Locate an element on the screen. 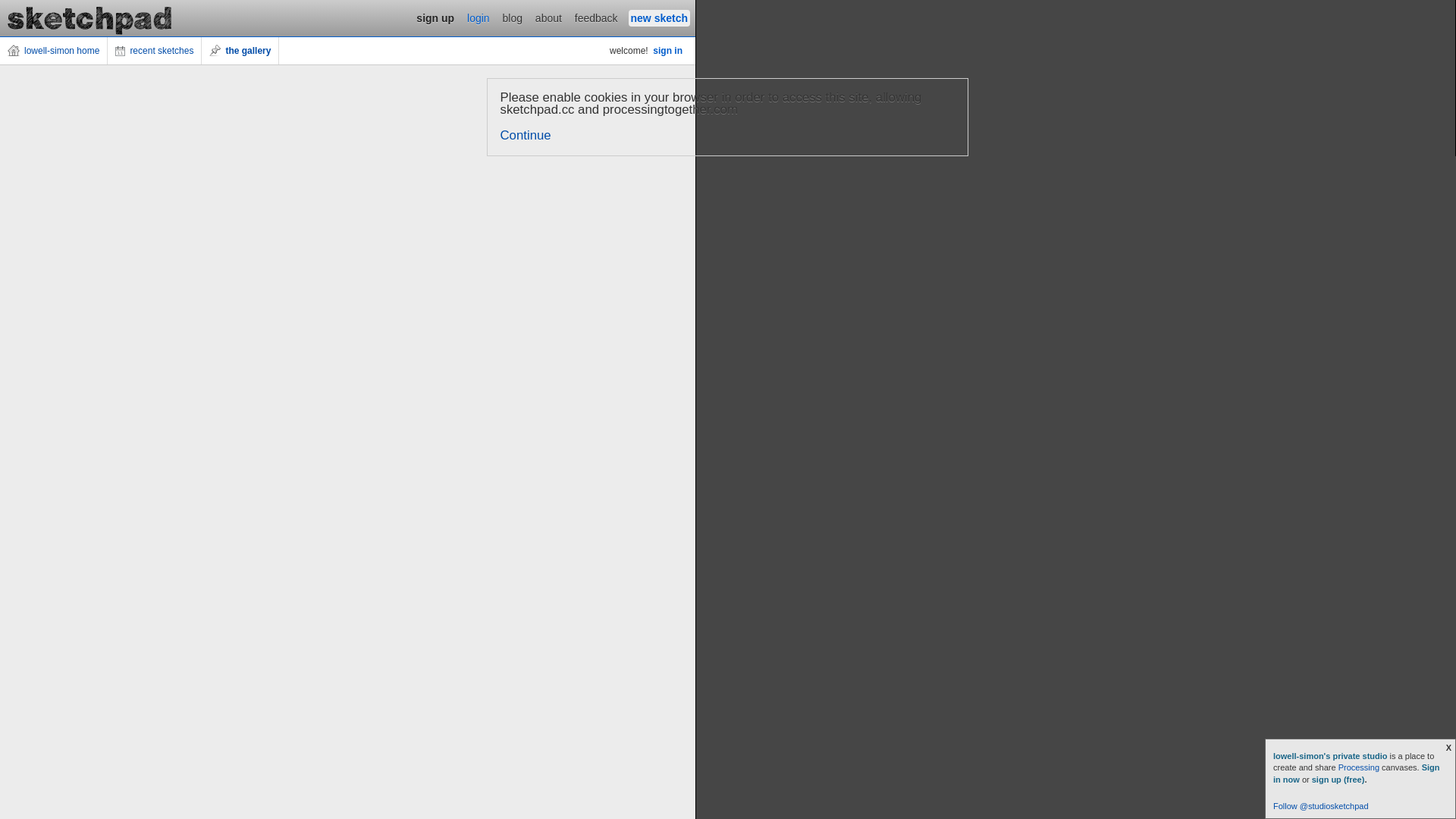  'Continue' is located at coordinates (526, 134).